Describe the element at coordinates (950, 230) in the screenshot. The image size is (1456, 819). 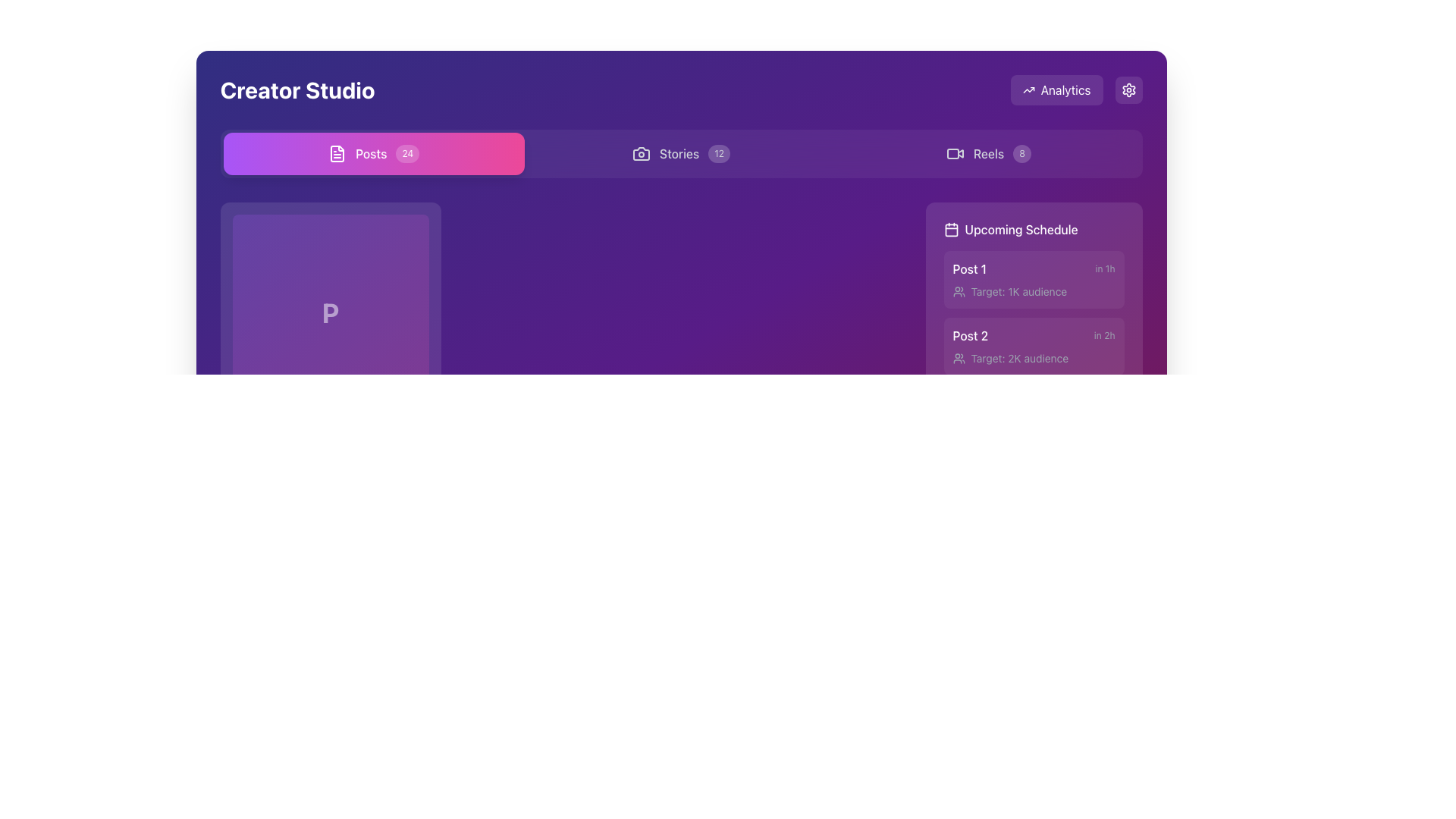
I see `the calendar icon located next to the 'Upcoming Schedule' section header, which is represented by an outlined calendar with a grid layout` at that location.